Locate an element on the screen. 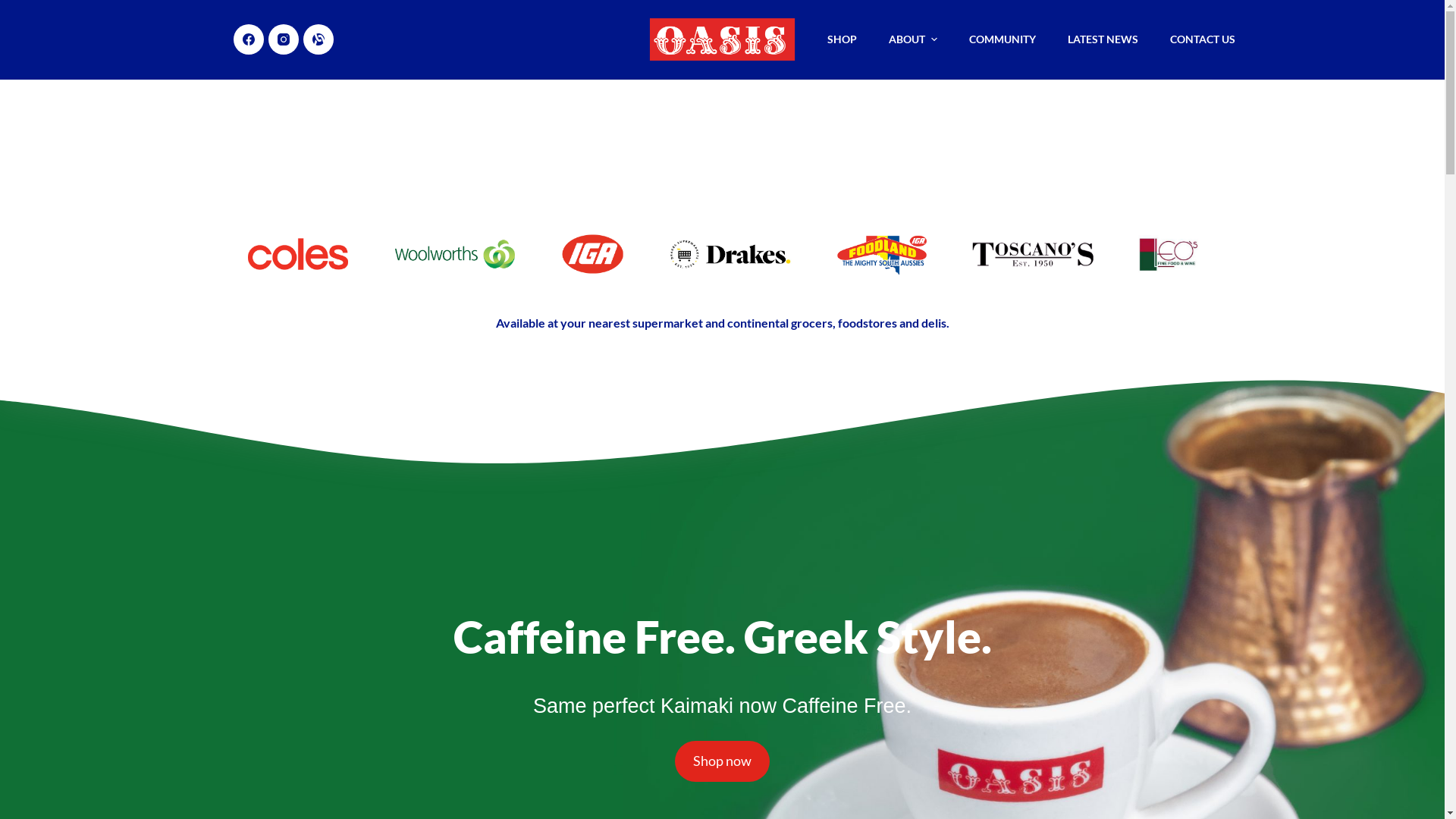  'CONTACT US' is located at coordinates (1201, 38).